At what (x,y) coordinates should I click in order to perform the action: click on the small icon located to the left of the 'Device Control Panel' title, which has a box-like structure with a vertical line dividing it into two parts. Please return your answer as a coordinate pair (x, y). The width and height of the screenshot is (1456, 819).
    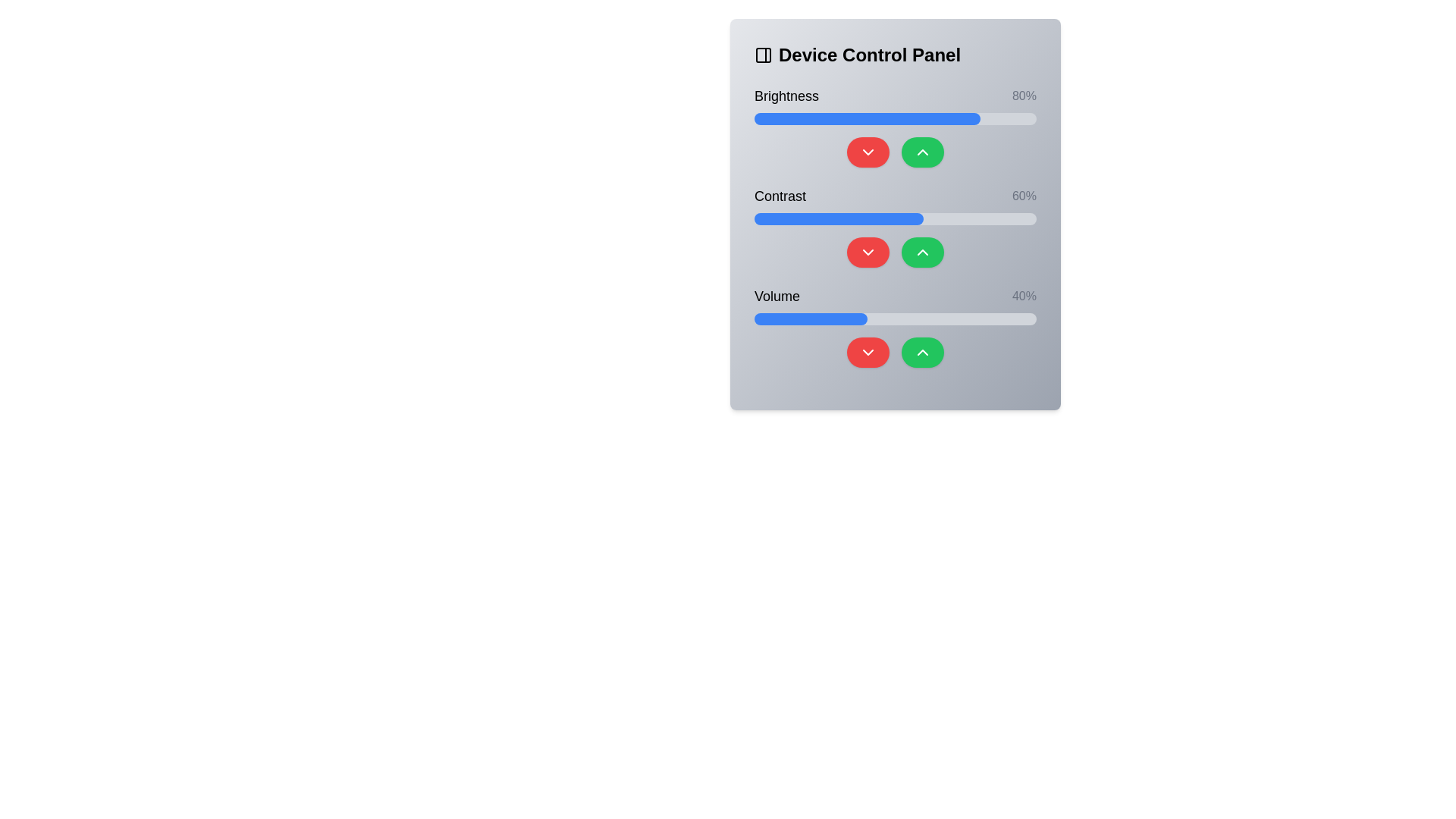
    Looking at the image, I should click on (764, 55).